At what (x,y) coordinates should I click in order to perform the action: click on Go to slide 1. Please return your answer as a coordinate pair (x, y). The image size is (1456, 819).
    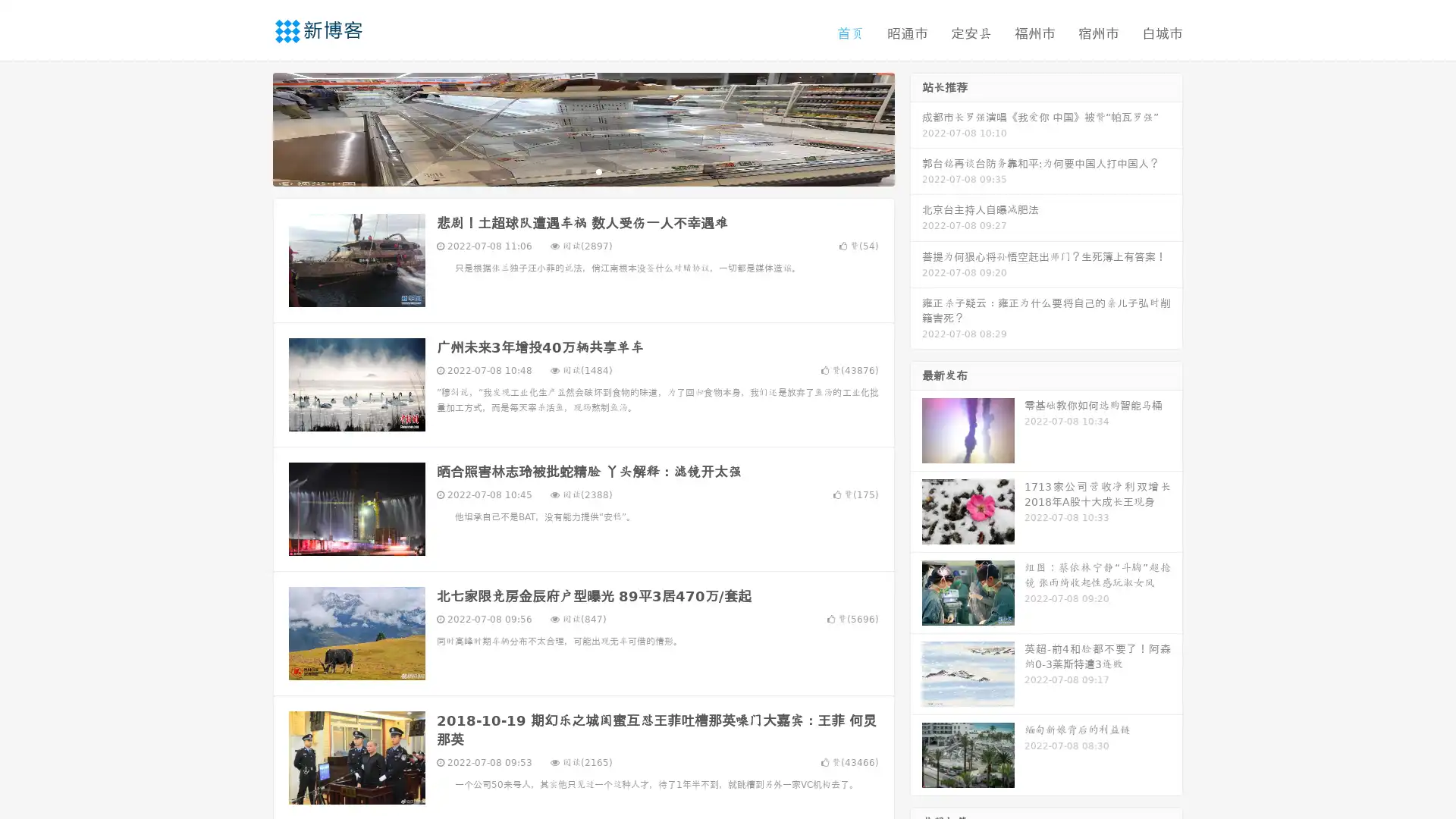
    Looking at the image, I should click on (567, 171).